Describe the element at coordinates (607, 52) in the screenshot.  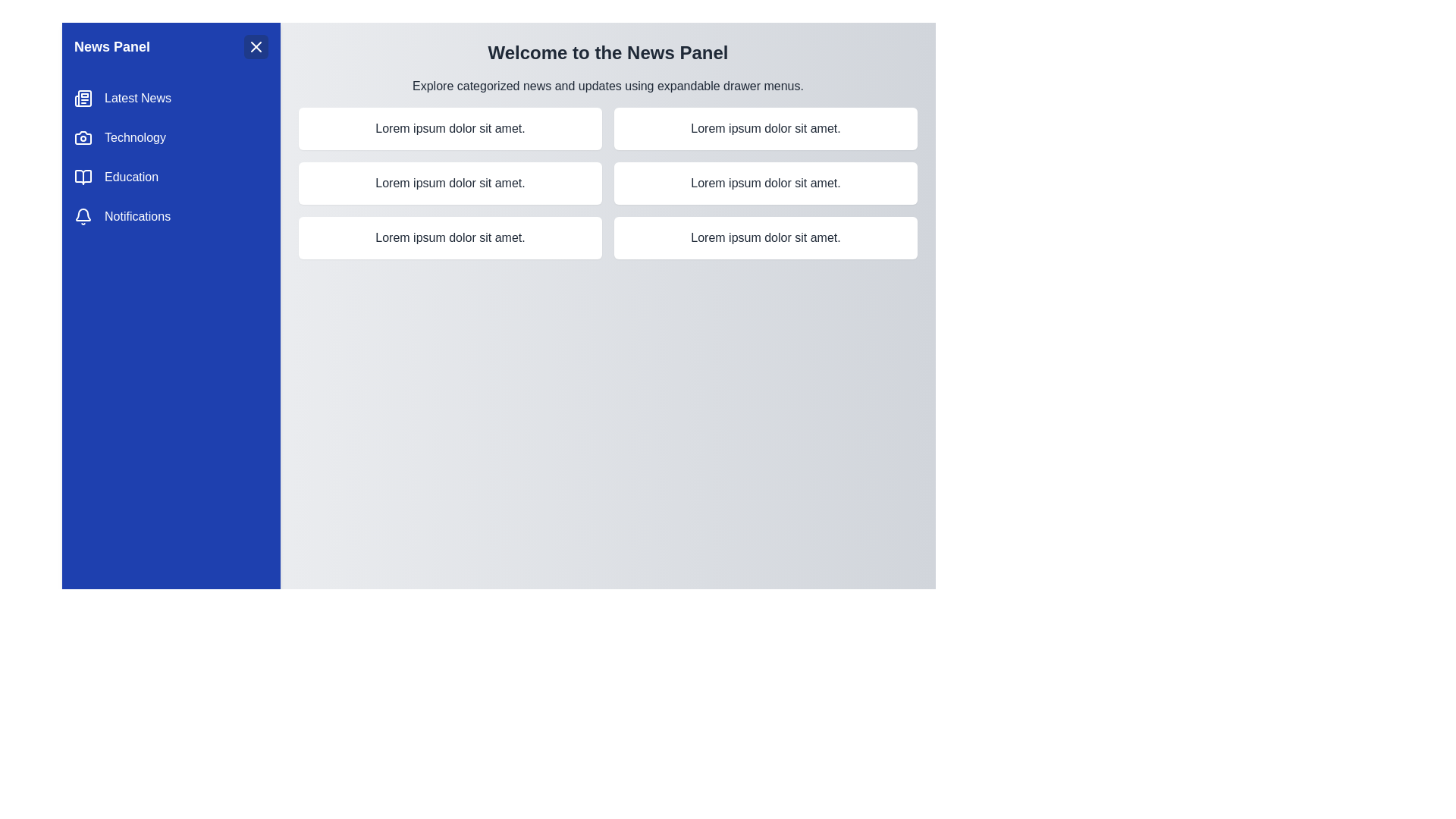
I see `the text Welcome to the News Panel` at that location.